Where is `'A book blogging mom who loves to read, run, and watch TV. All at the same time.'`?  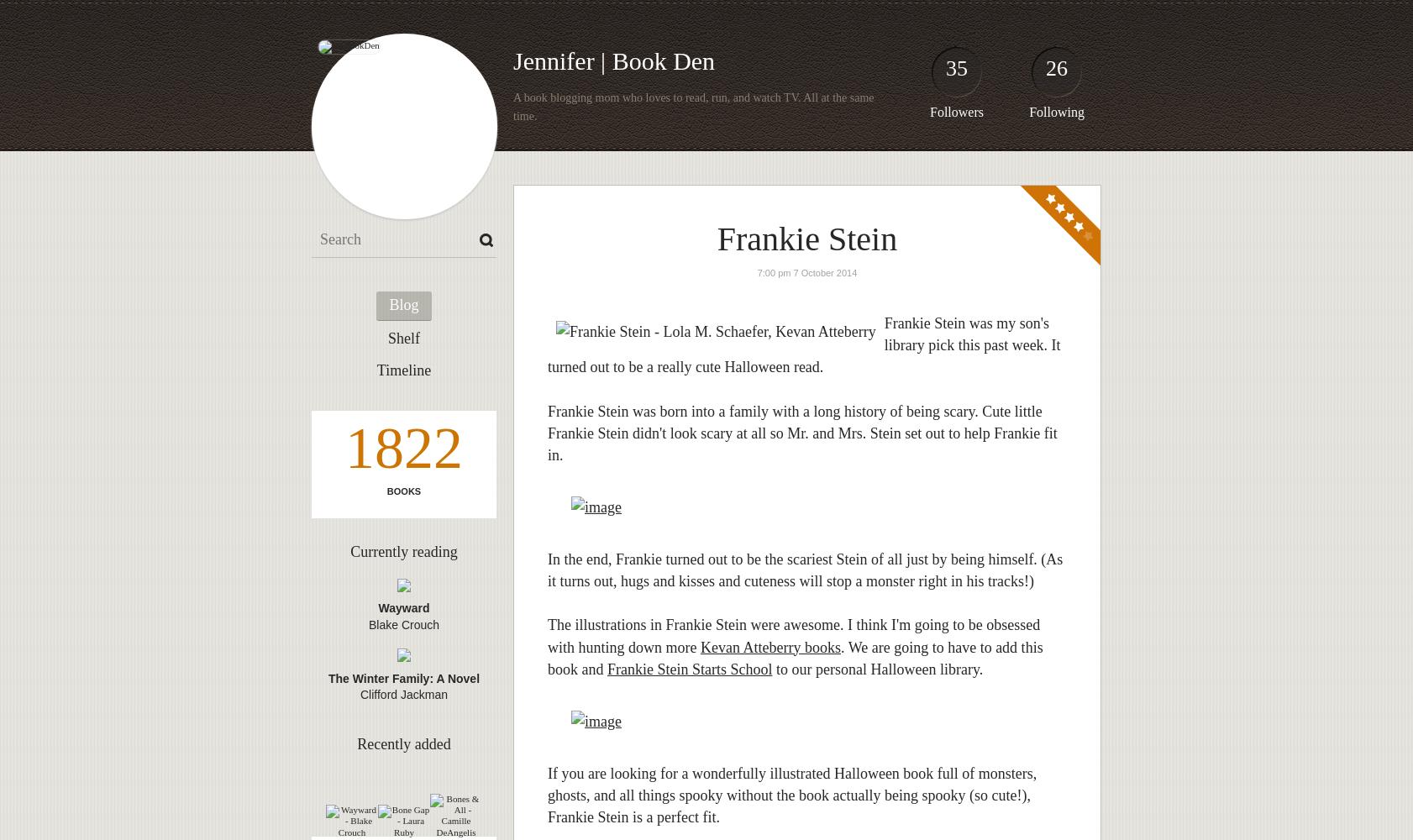
'A book blogging mom who loves to read, run, and watch TV. All at the same time.' is located at coordinates (693, 107).